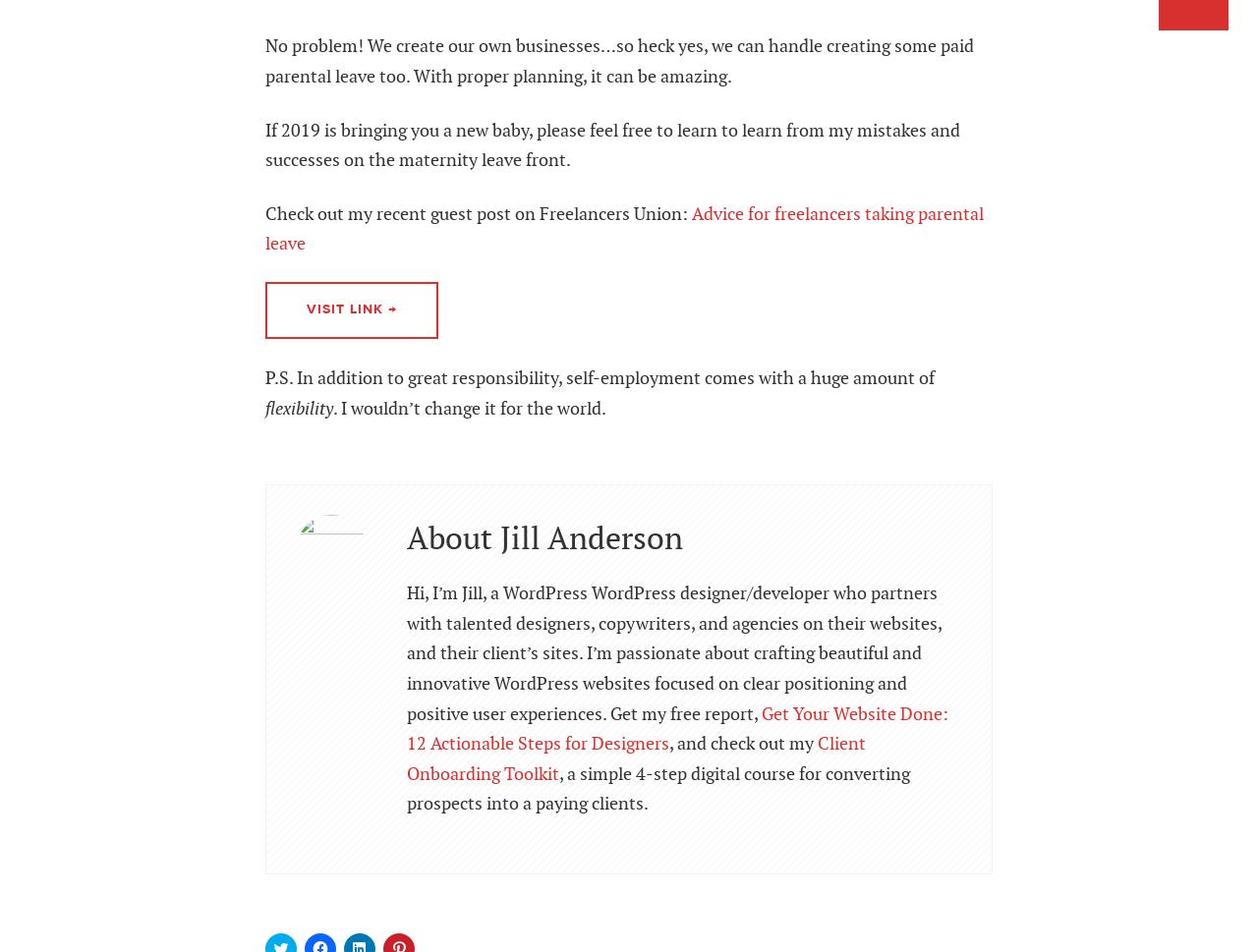 This screenshot has height=952, width=1258. I want to click on ', a simple 4-step digital course for converting prospects into a paying clients.', so click(658, 789).